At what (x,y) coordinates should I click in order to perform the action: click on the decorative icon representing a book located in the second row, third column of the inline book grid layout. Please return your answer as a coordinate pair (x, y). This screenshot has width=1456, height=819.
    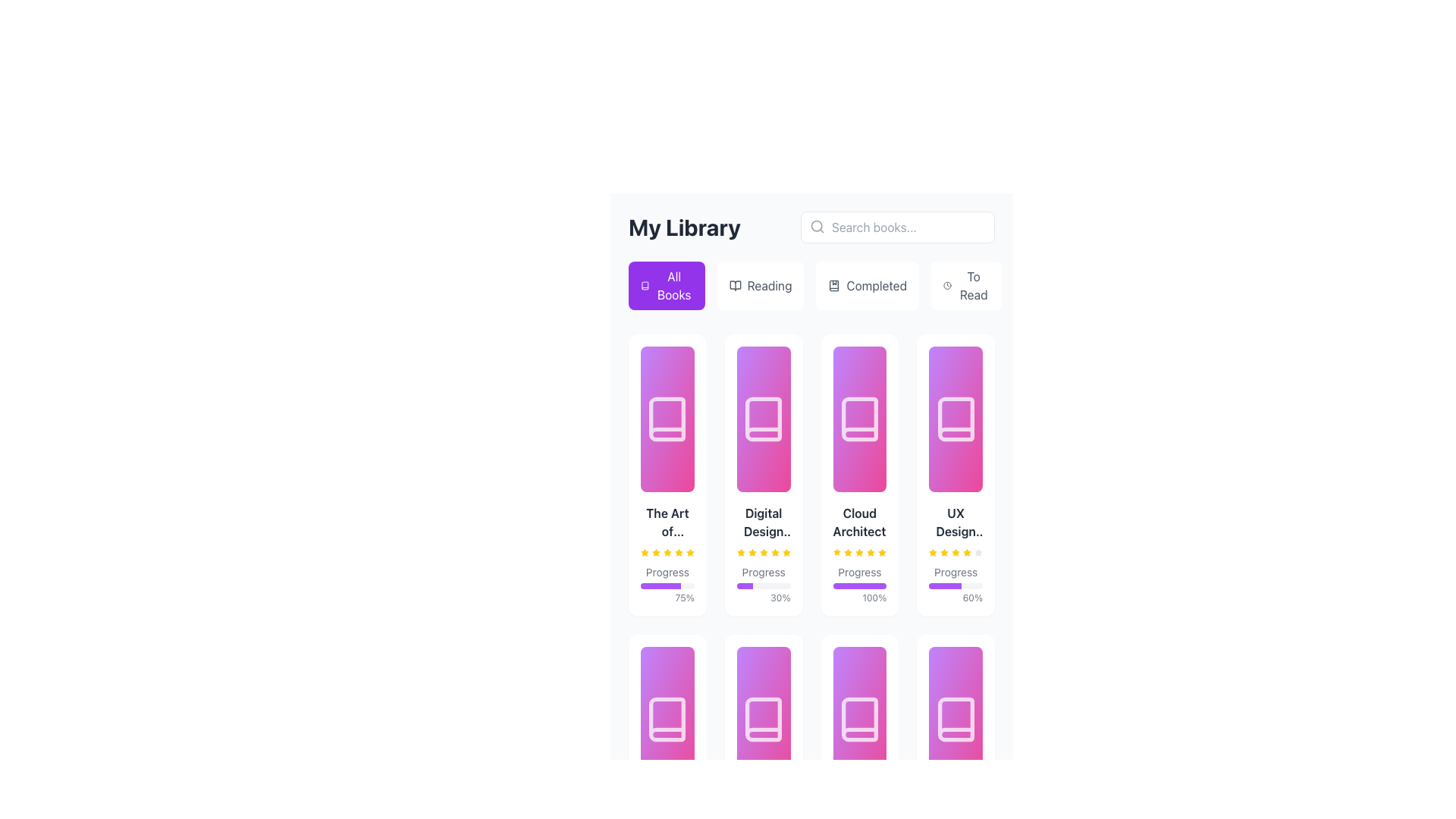
    Looking at the image, I should click on (859, 718).